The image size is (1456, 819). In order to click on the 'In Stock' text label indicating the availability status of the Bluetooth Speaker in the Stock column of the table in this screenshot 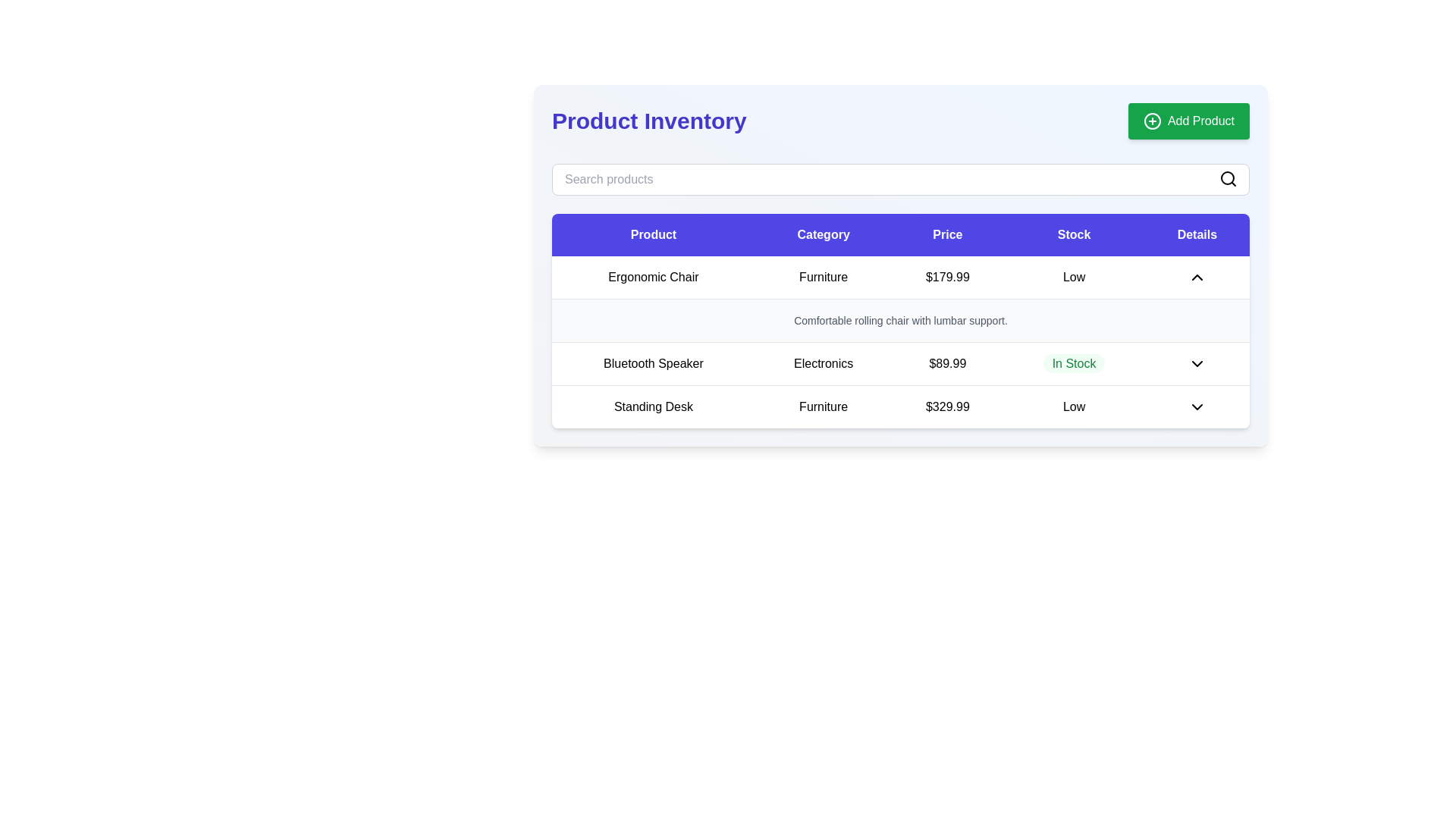, I will do `click(1073, 363)`.